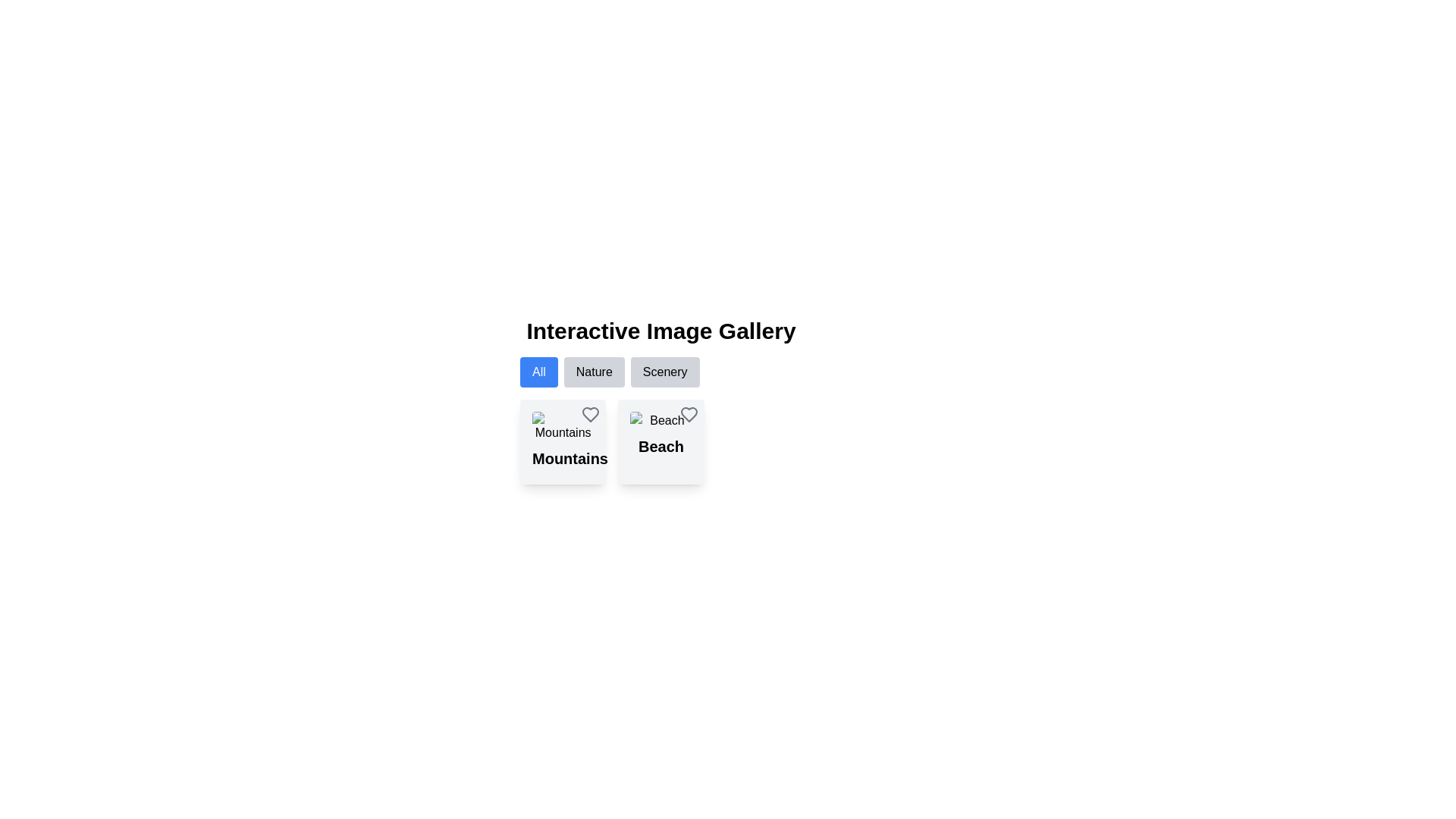 The width and height of the screenshot is (1456, 819). I want to click on the blue button labeled 'All', so click(538, 372).